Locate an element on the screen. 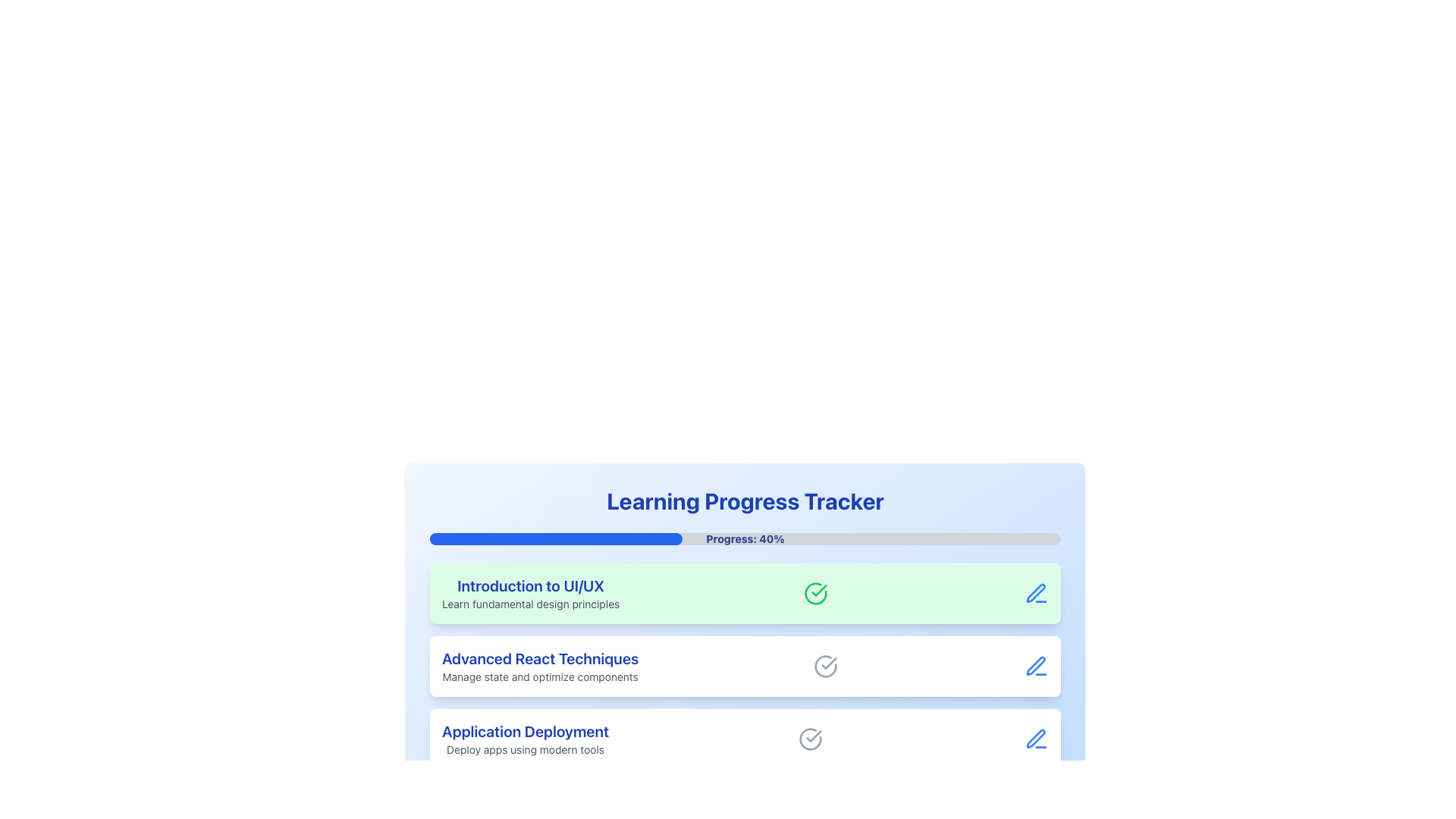 This screenshot has width=1456, height=819. the third list item titled 'Application Deployment' in the Learning Progress Tracker section is located at coordinates (745, 739).